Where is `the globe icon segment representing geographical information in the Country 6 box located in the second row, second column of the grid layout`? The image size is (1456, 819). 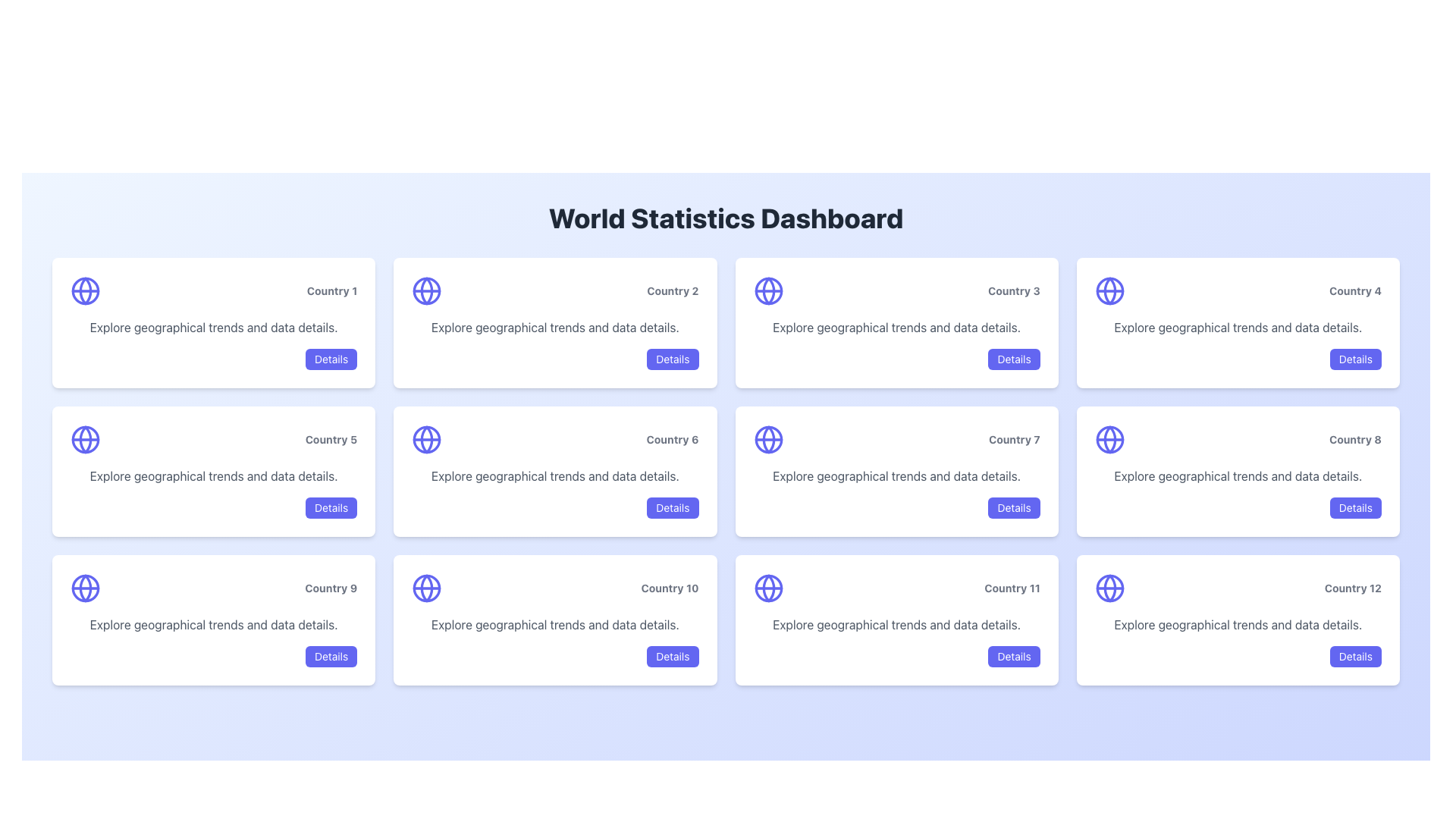 the globe icon segment representing geographical information in the Country 6 box located in the second row, second column of the grid layout is located at coordinates (426, 439).